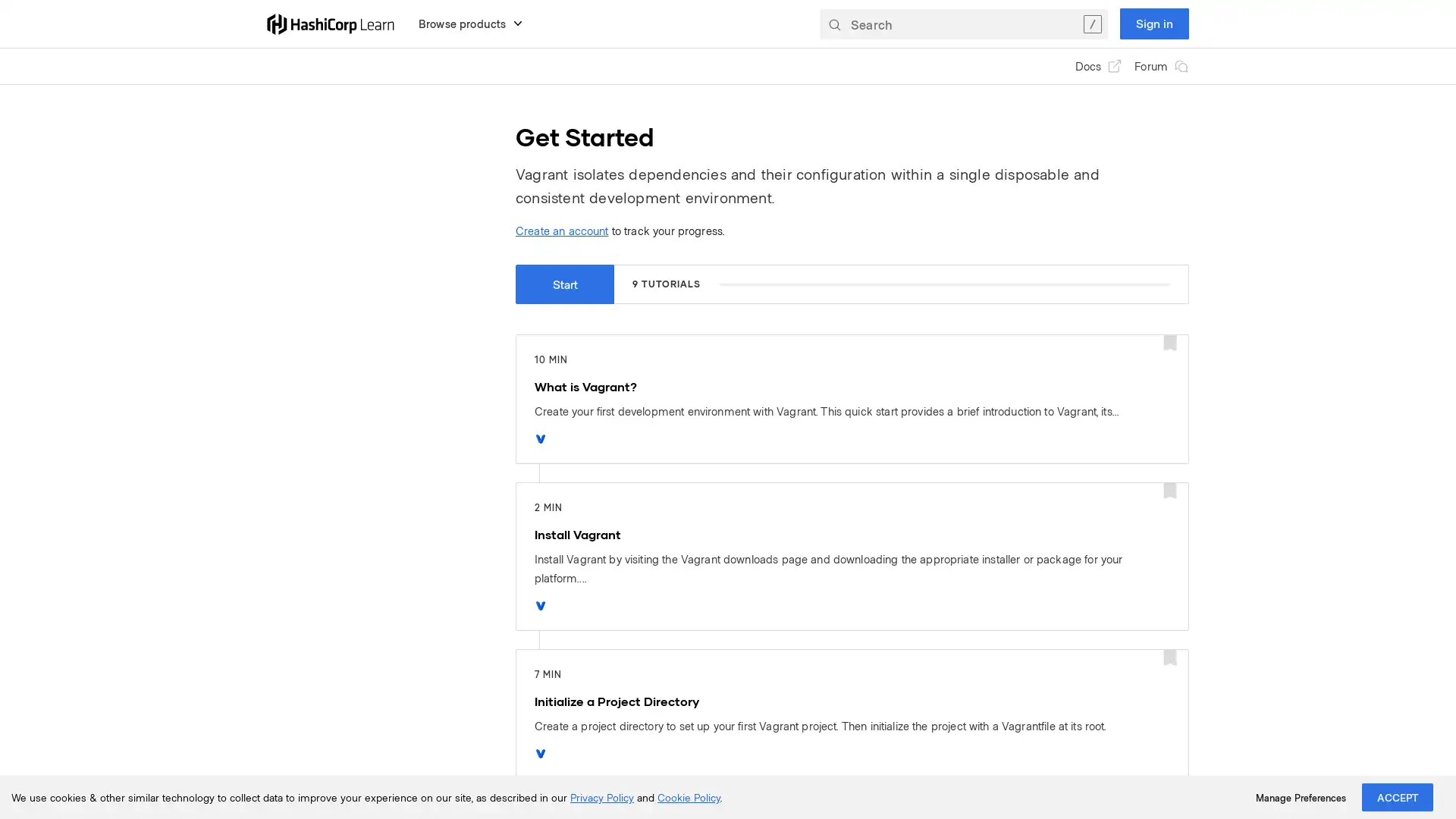  I want to click on Add bookmark for: Initialize a Project Directory, so click(1169, 657).